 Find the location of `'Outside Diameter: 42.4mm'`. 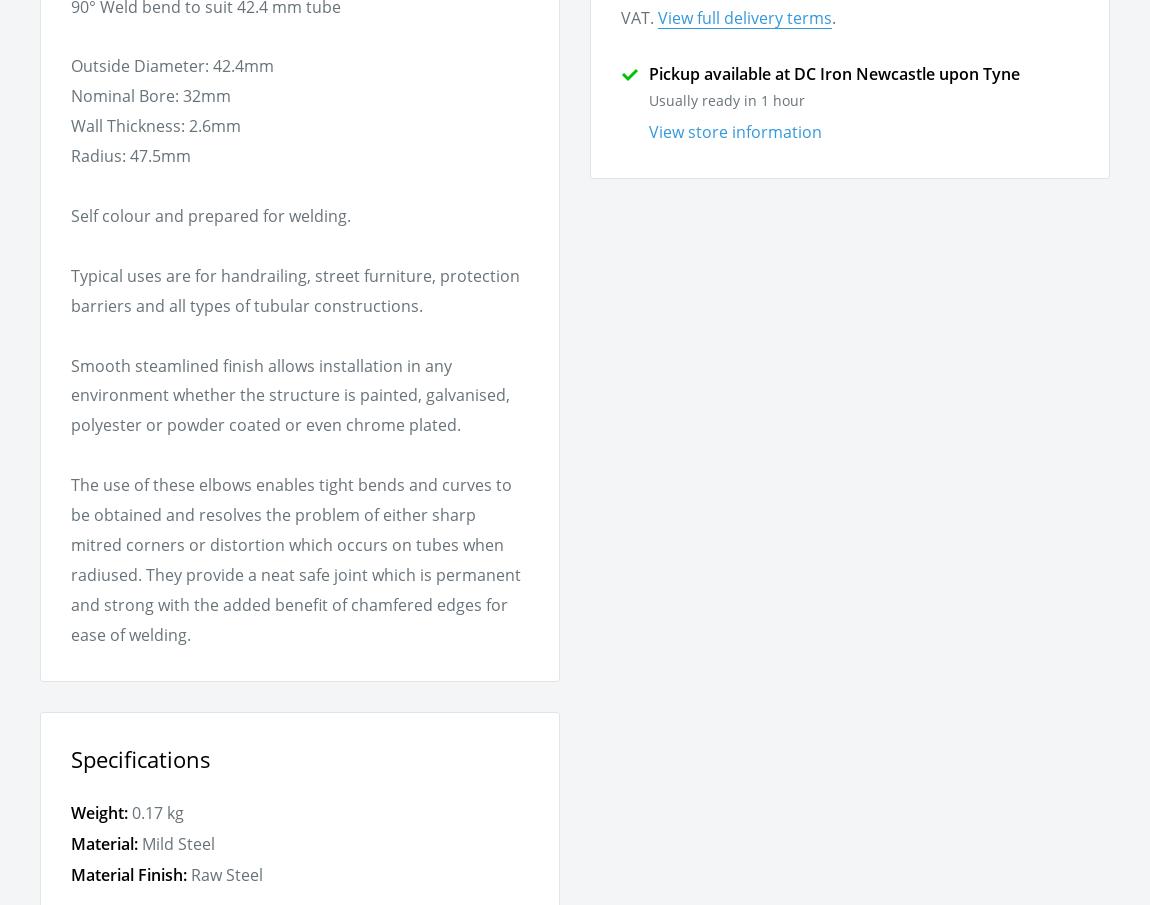

'Outside Diameter: 42.4mm' is located at coordinates (171, 65).